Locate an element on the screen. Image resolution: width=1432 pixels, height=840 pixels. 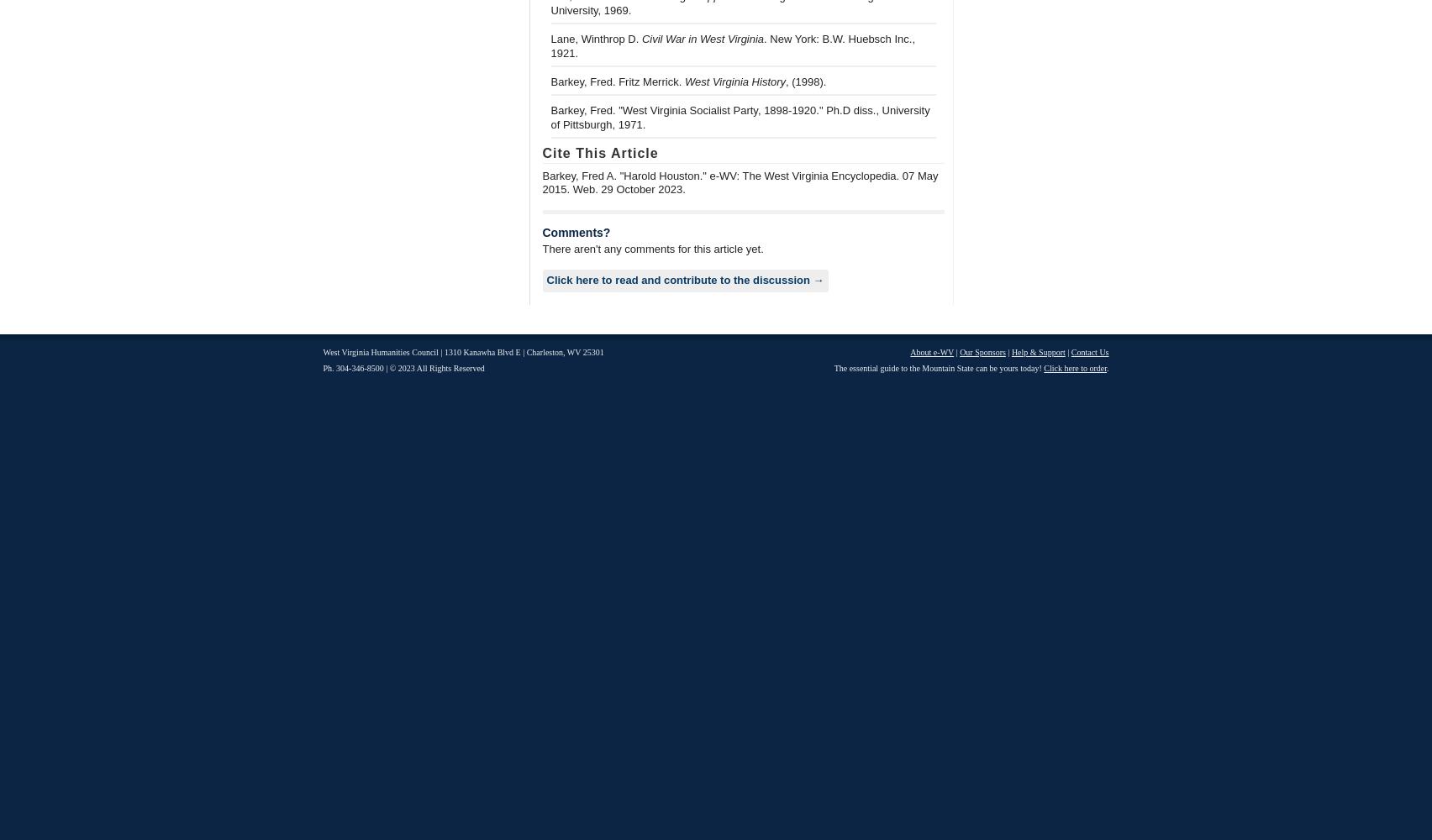
'Cite This Article' is located at coordinates (598, 152).